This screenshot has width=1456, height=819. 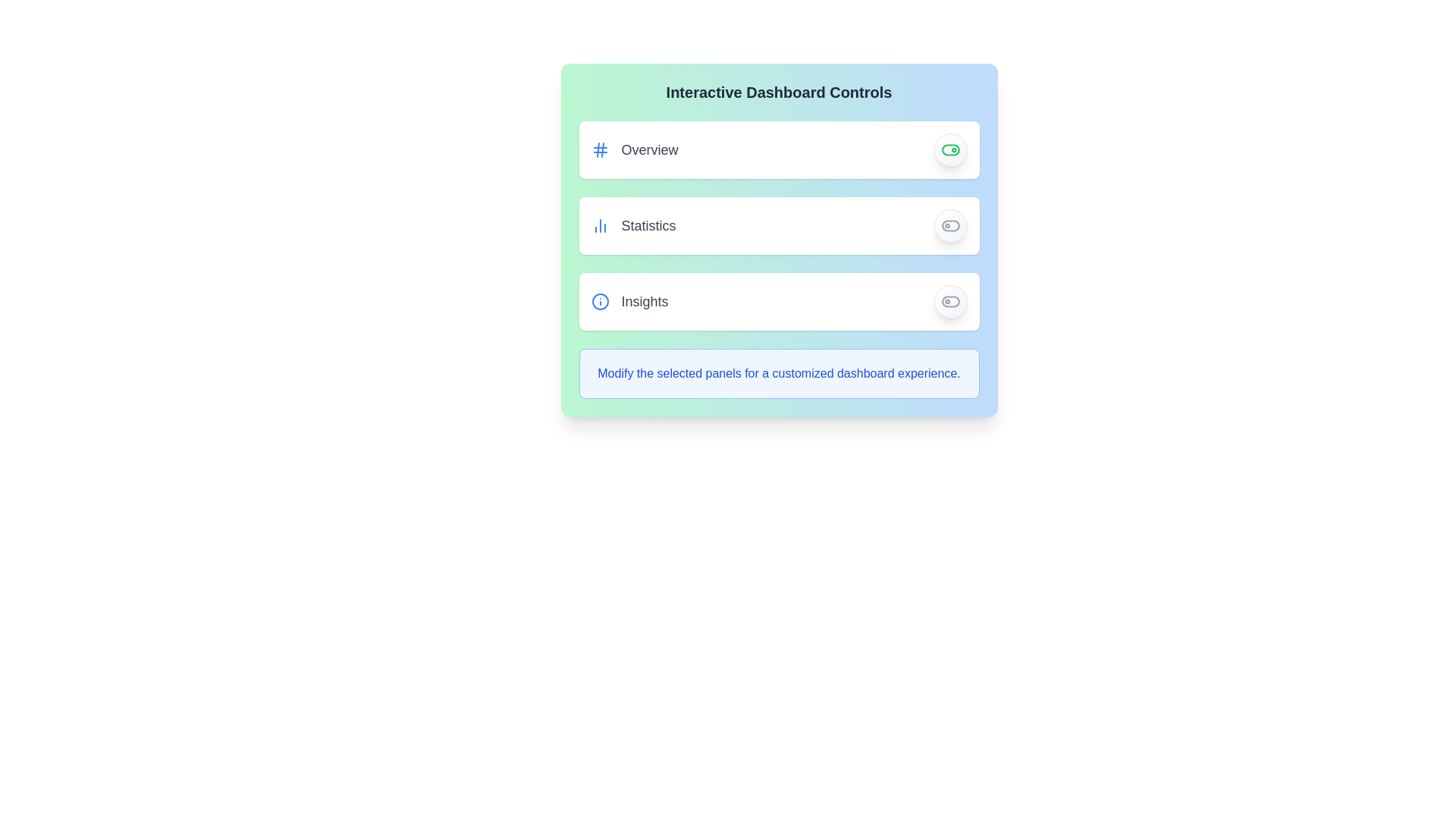 What do you see at coordinates (779, 93) in the screenshot?
I see `the heading that serves as the title of the section, positioned at the top of the panel containing dashboard options such as 'Overview', 'Statistics', and 'Insights'` at bounding box center [779, 93].